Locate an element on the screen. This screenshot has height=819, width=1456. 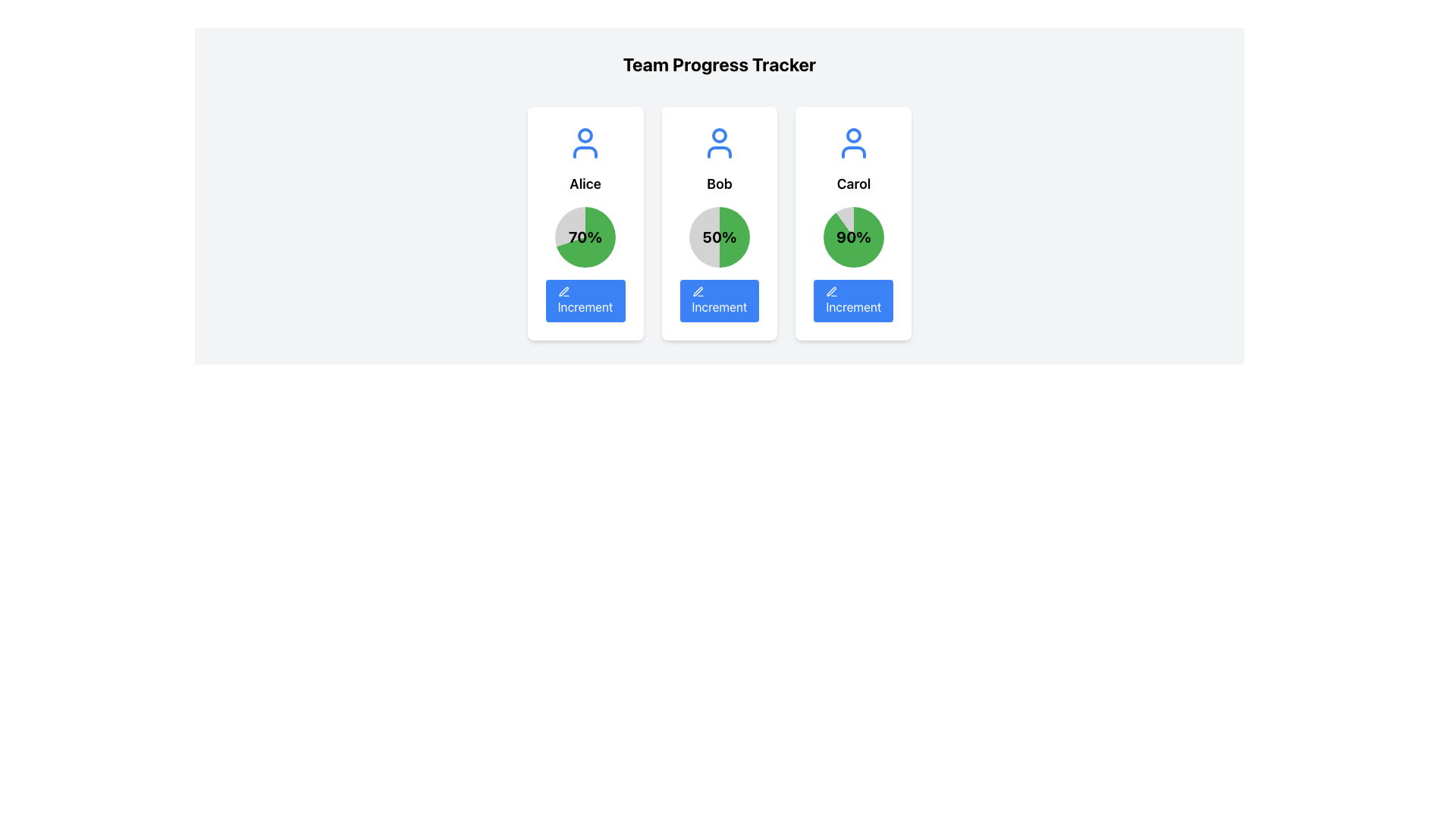
the button located at the bottom center of the 'Carol' card to interact via keyboard is located at coordinates (853, 301).